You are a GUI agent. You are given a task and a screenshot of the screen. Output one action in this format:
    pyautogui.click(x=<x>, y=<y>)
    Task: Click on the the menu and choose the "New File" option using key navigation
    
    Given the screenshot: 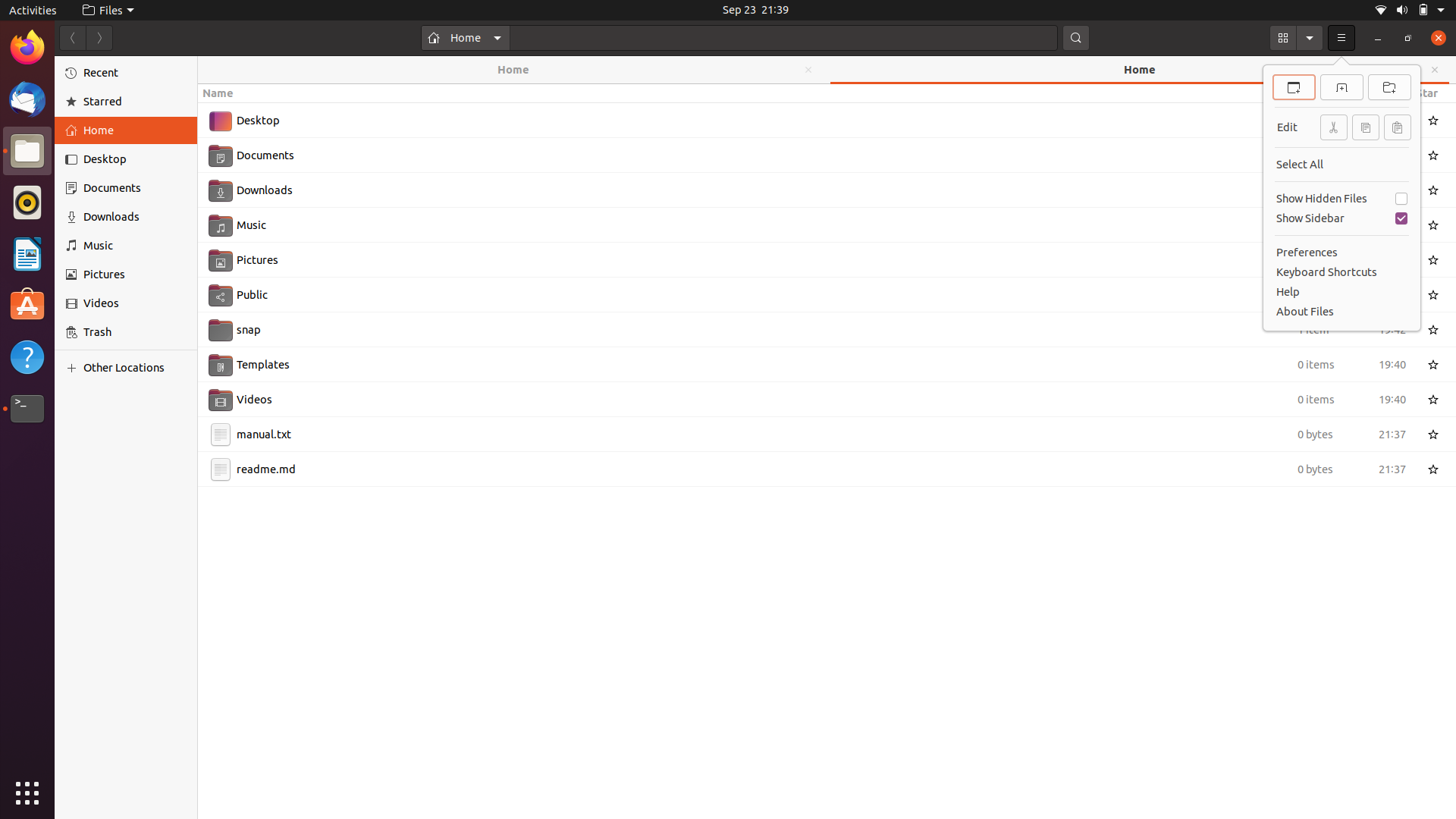 What is the action you would take?
    pyautogui.click(x=1341, y=37)
    